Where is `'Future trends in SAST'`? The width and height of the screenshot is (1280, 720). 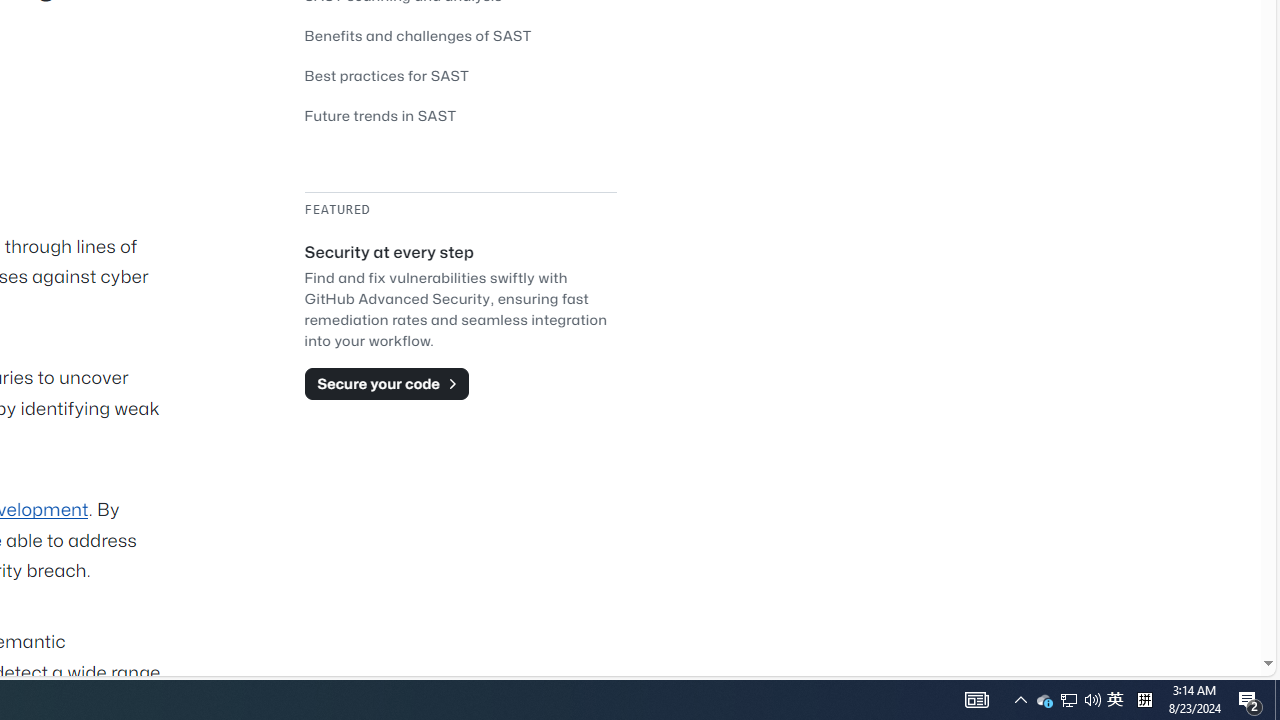
'Future trends in SAST' is located at coordinates (459, 115).